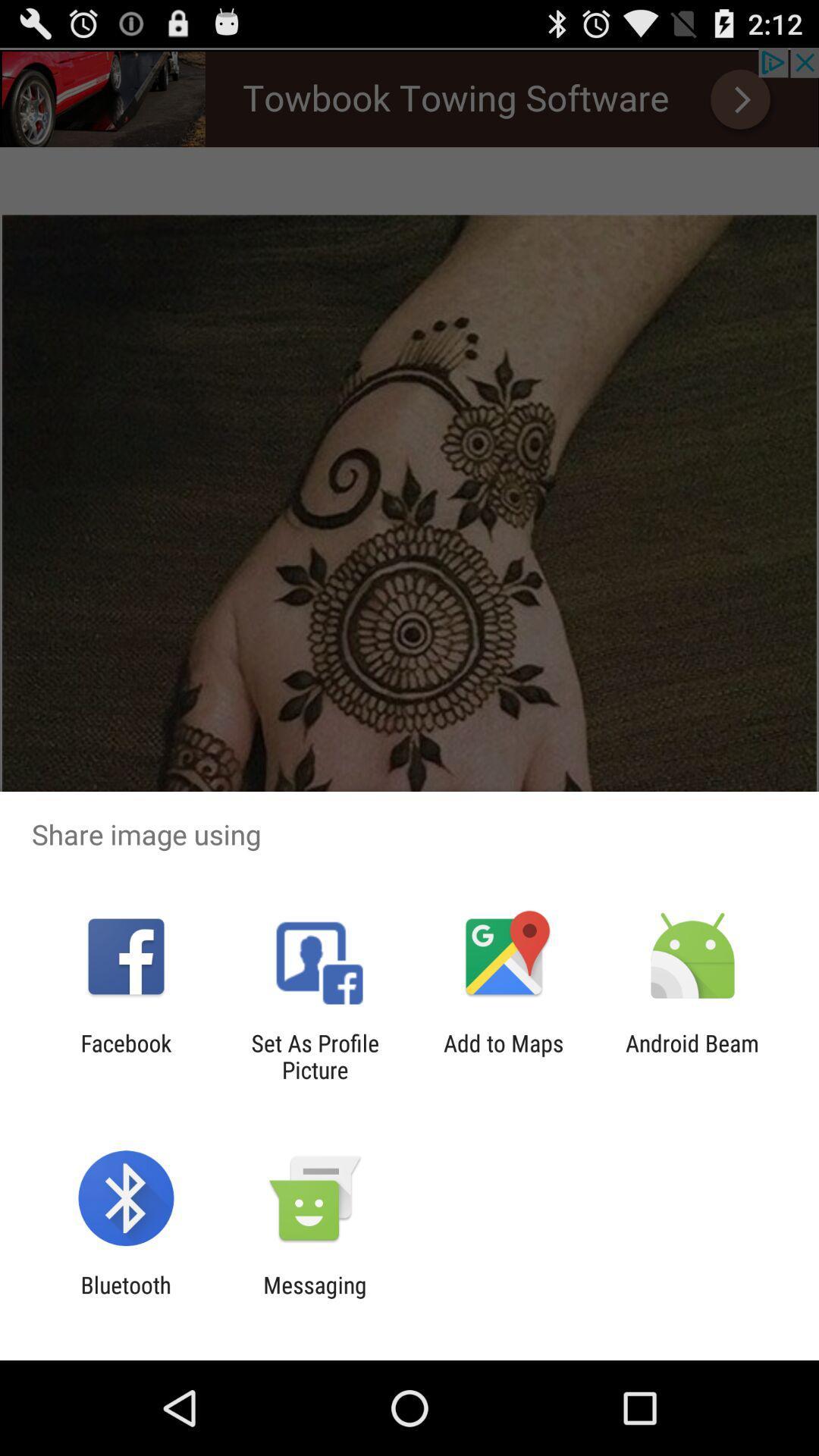  Describe the element at coordinates (125, 1056) in the screenshot. I see `facebook item` at that location.